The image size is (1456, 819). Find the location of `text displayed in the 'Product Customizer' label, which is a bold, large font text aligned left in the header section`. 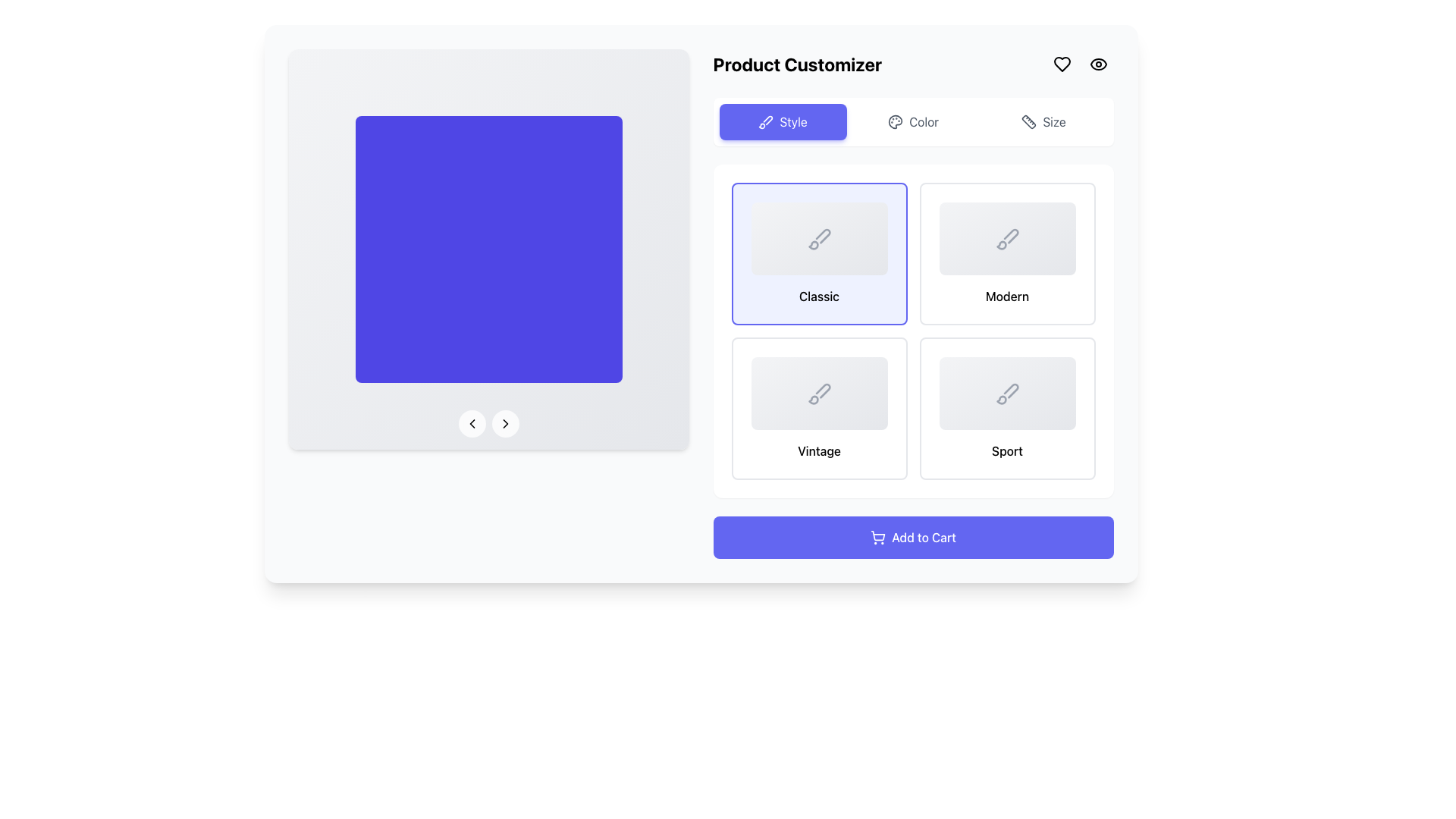

text displayed in the 'Product Customizer' label, which is a bold, large font text aligned left in the header section is located at coordinates (796, 63).